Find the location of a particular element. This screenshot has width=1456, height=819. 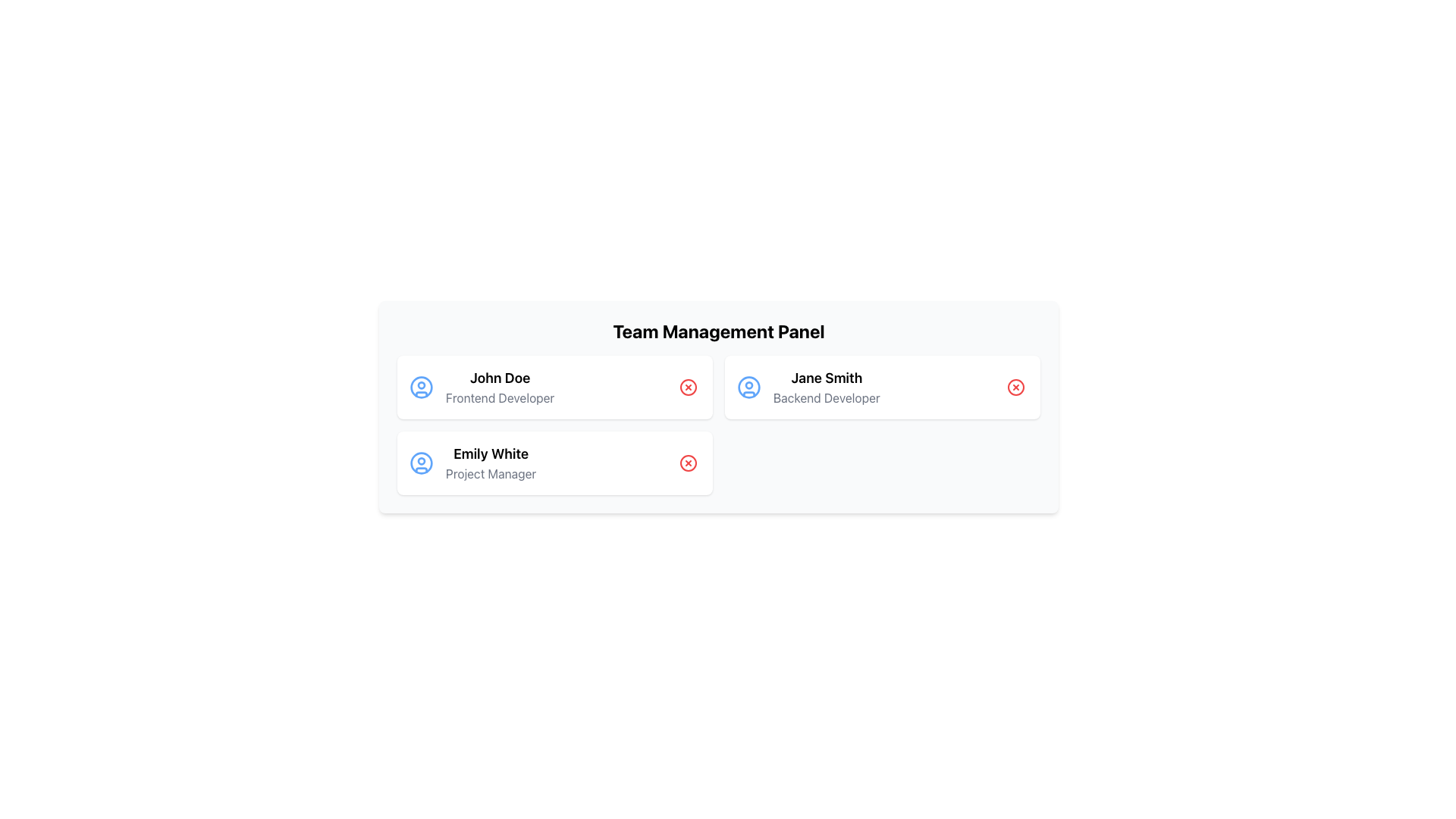

the dismiss button for the 'Emily White' entry is located at coordinates (687, 462).